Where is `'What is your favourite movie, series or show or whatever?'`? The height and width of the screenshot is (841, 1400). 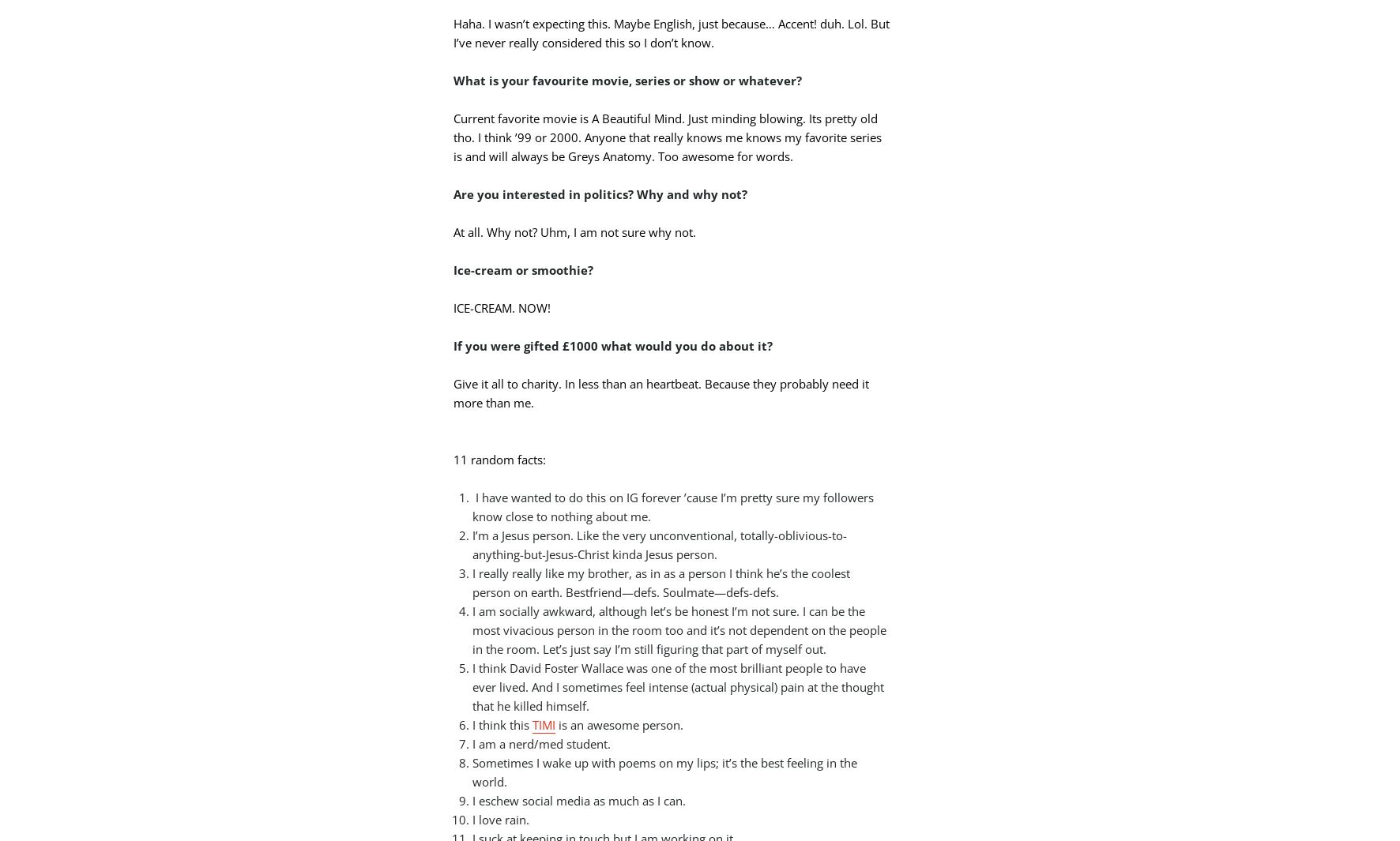 'What is your favourite movie, series or show or whatever?' is located at coordinates (627, 78).